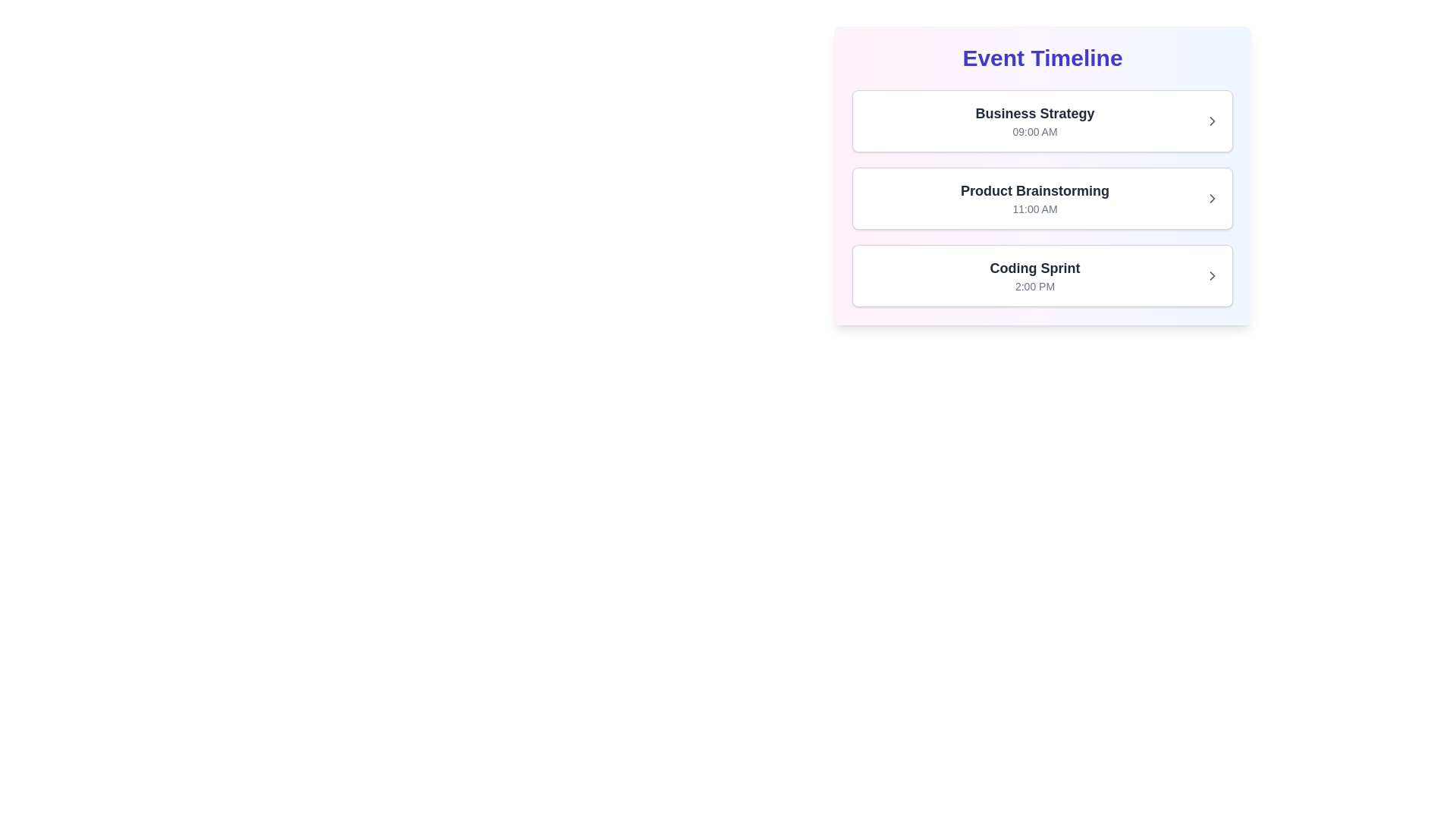  I want to click on on the second list item labeled 'Product Brainstorming' with a time of '11:00 AM', so click(1041, 198).